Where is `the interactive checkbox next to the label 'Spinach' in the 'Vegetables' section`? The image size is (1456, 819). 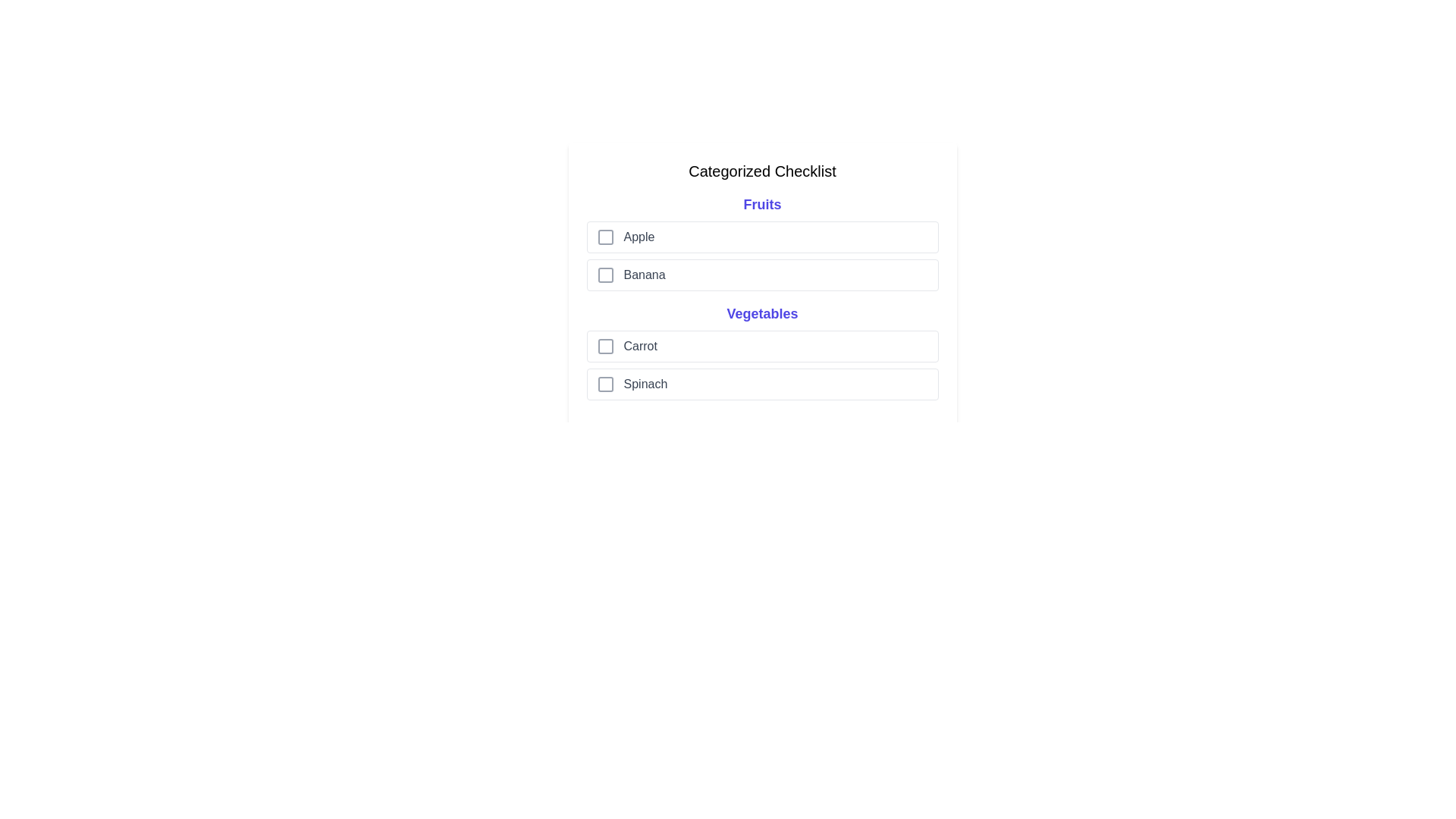
the interactive checkbox next to the label 'Spinach' in the 'Vegetables' section is located at coordinates (604, 383).